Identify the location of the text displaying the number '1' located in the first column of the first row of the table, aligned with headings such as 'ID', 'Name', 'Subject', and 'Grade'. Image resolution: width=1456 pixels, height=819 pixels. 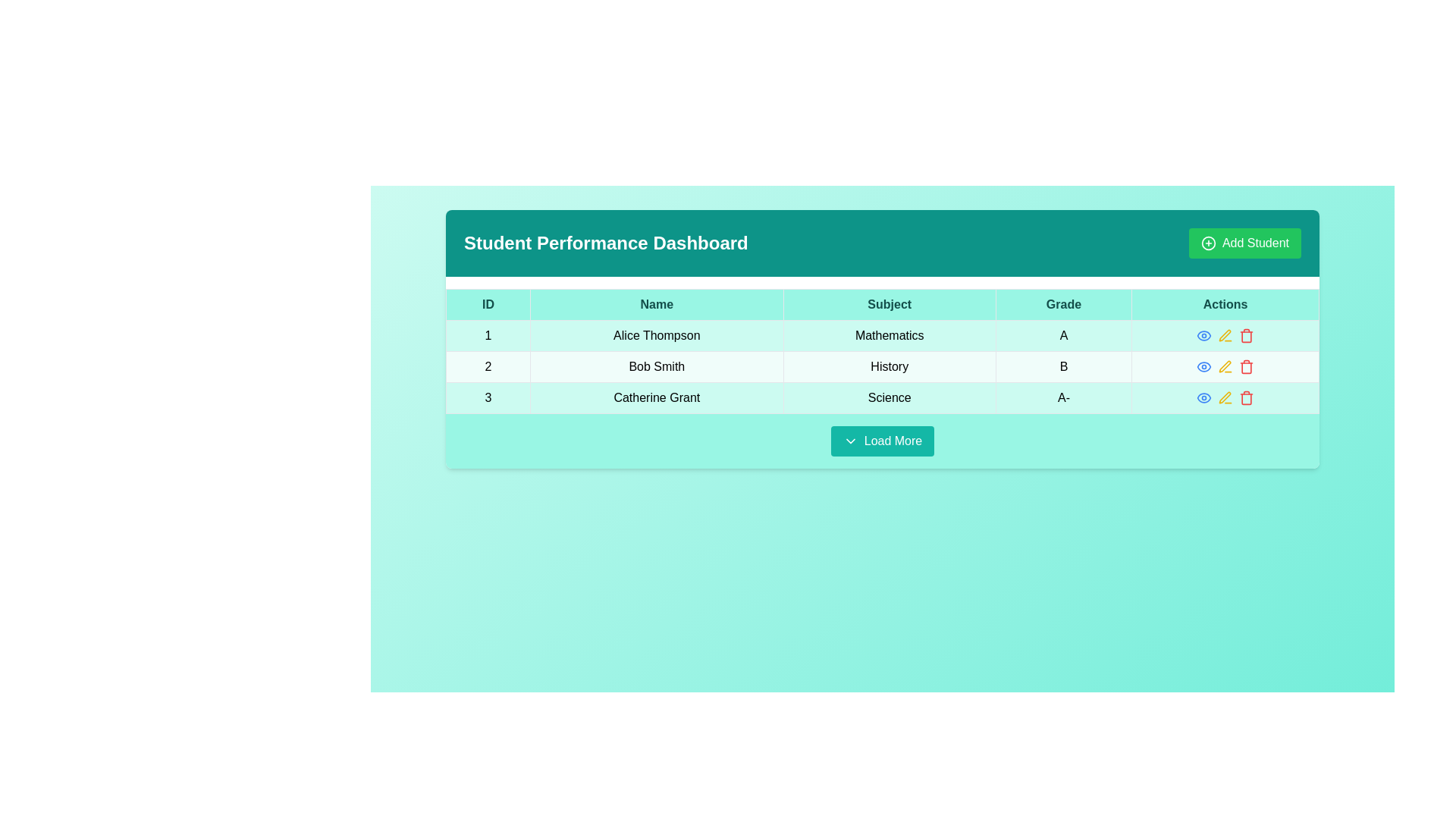
(488, 335).